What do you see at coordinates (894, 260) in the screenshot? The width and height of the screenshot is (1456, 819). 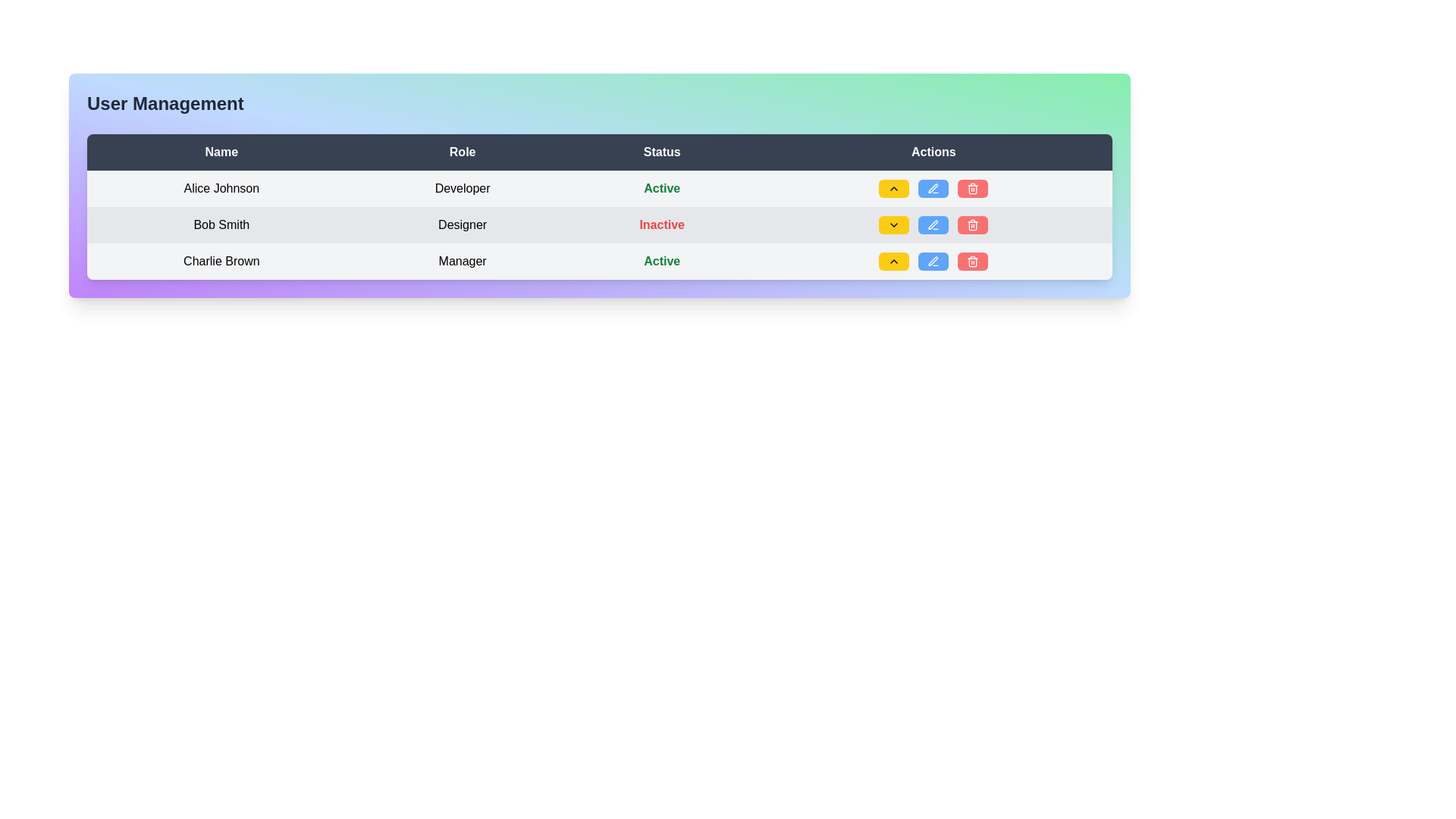 I see `the upward-pointing chevron icon within the 'Actions' column corresponding to 'Alice Johnson'` at bounding box center [894, 260].